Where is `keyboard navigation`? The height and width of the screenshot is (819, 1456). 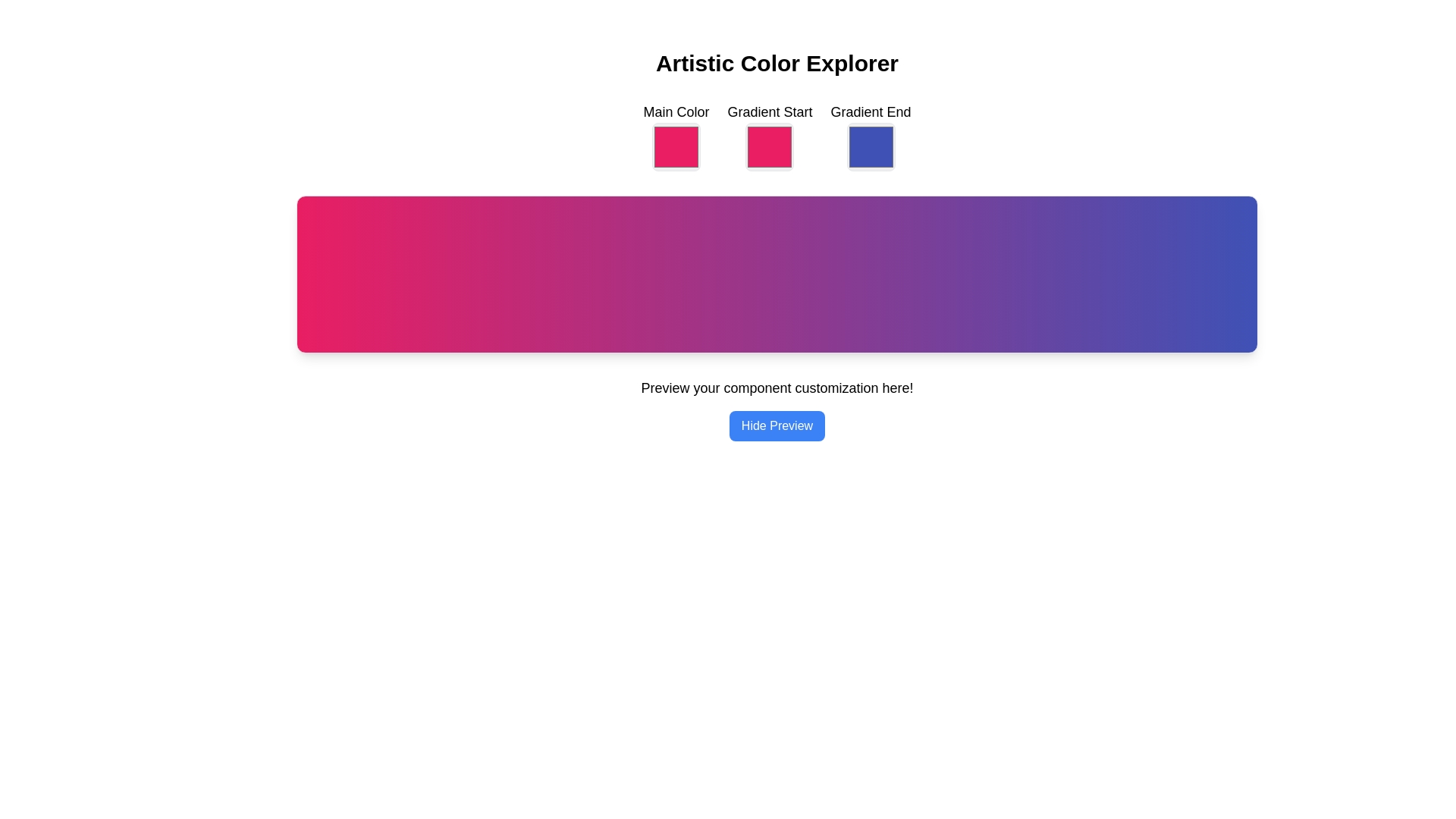 keyboard navigation is located at coordinates (770, 136).